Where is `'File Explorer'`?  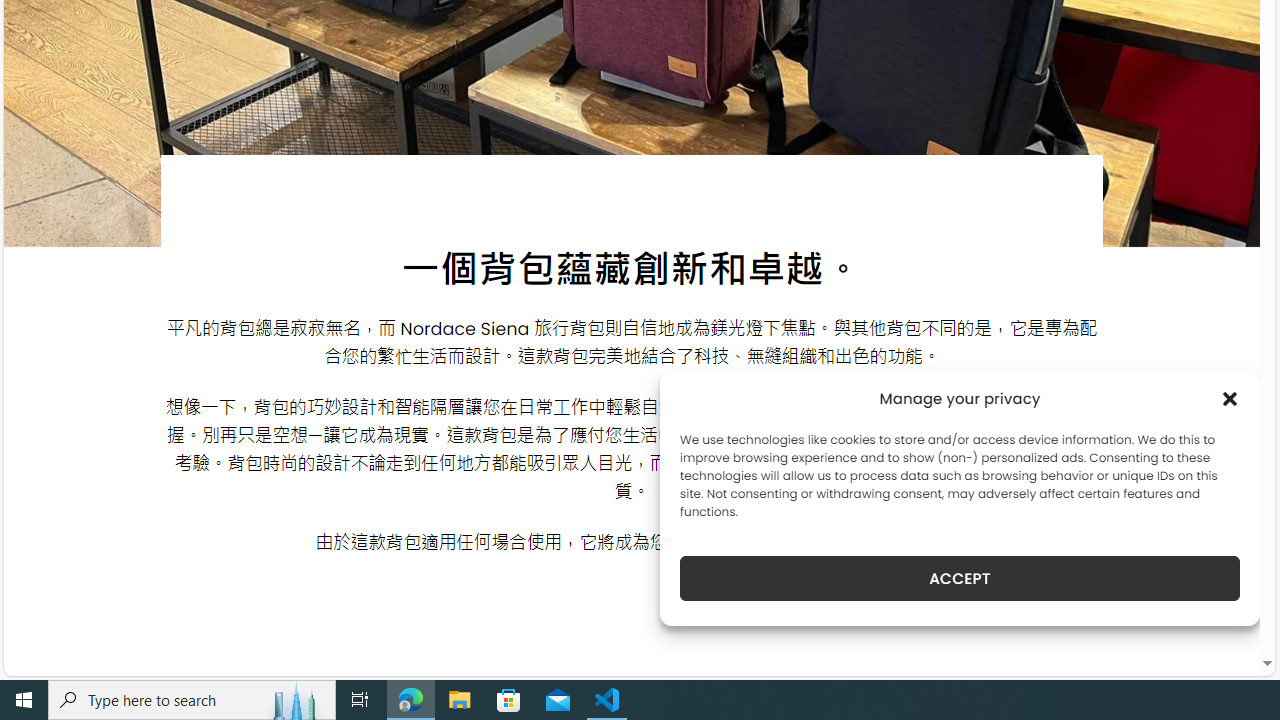
'File Explorer' is located at coordinates (459, 698).